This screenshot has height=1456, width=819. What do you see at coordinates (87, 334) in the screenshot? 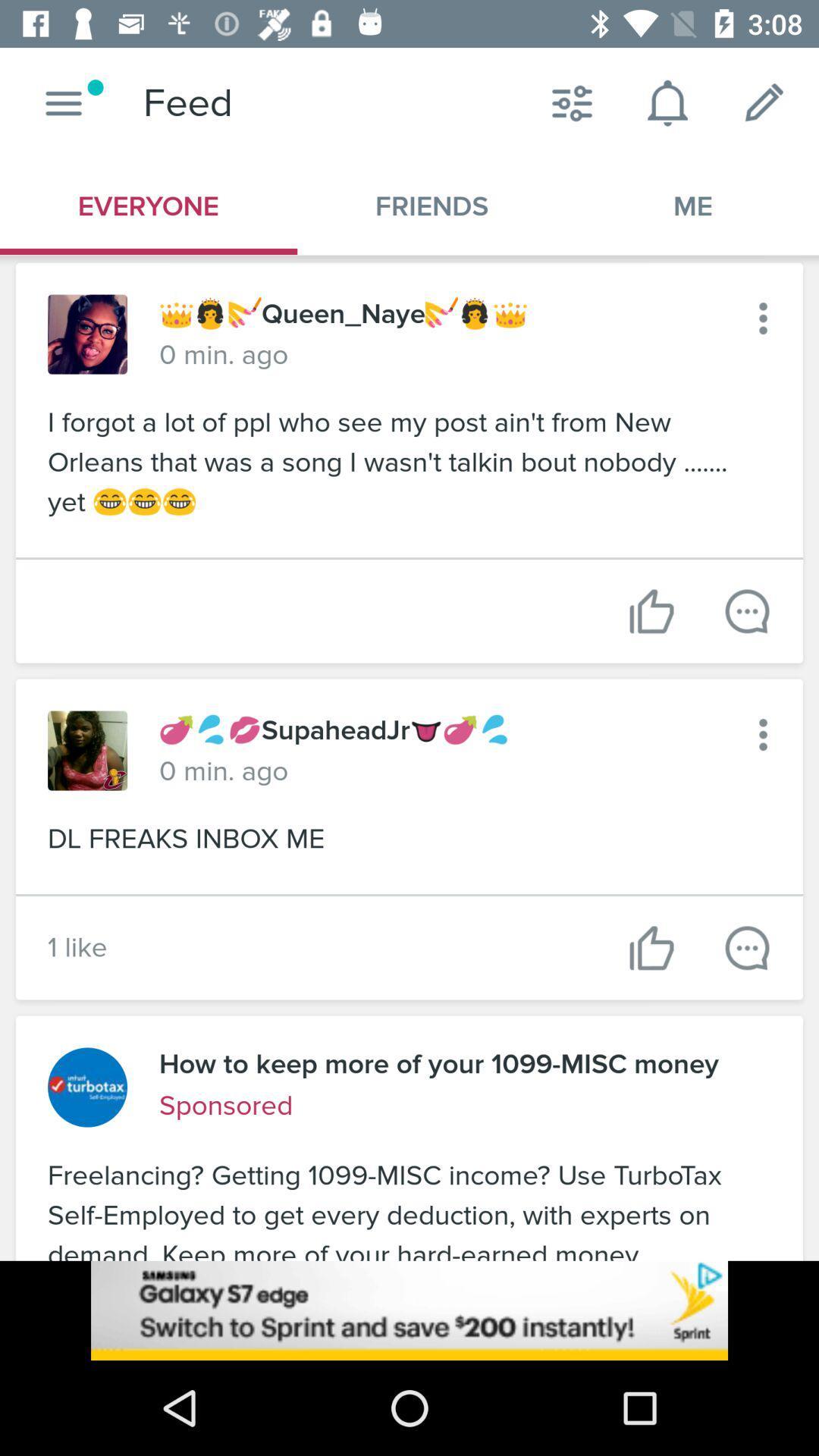
I see `image` at bounding box center [87, 334].